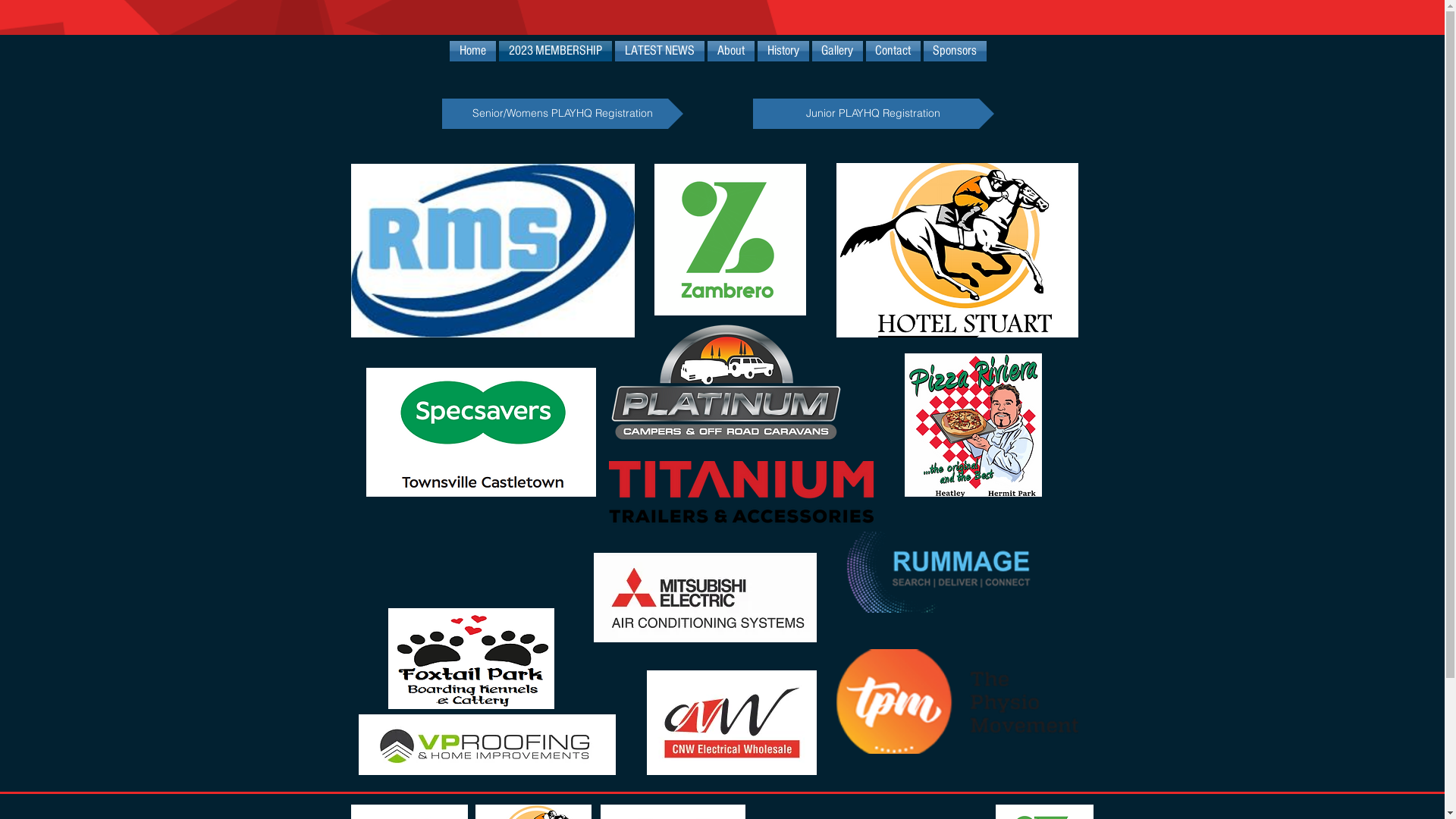 The width and height of the screenshot is (1456, 819). What do you see at coordinates (730, 50) in the screenshot?
I see `'About'` at bounding box center [730, 50].